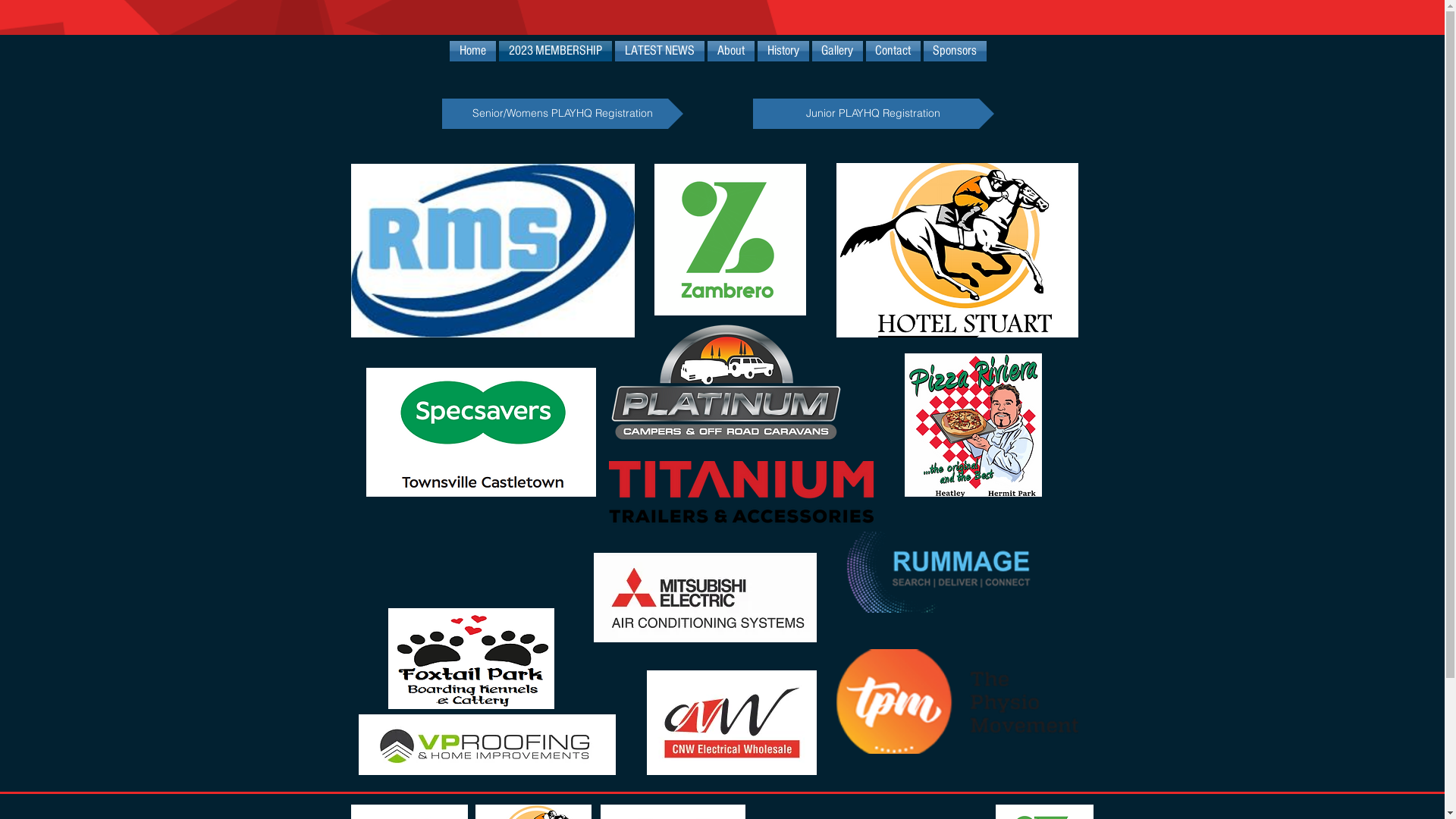 The width and height of the screenshot is (1456, 819). What do you see at coordinates (730, 50) in the screenshot?
I see `'About'` at bounding box center [730, 50].